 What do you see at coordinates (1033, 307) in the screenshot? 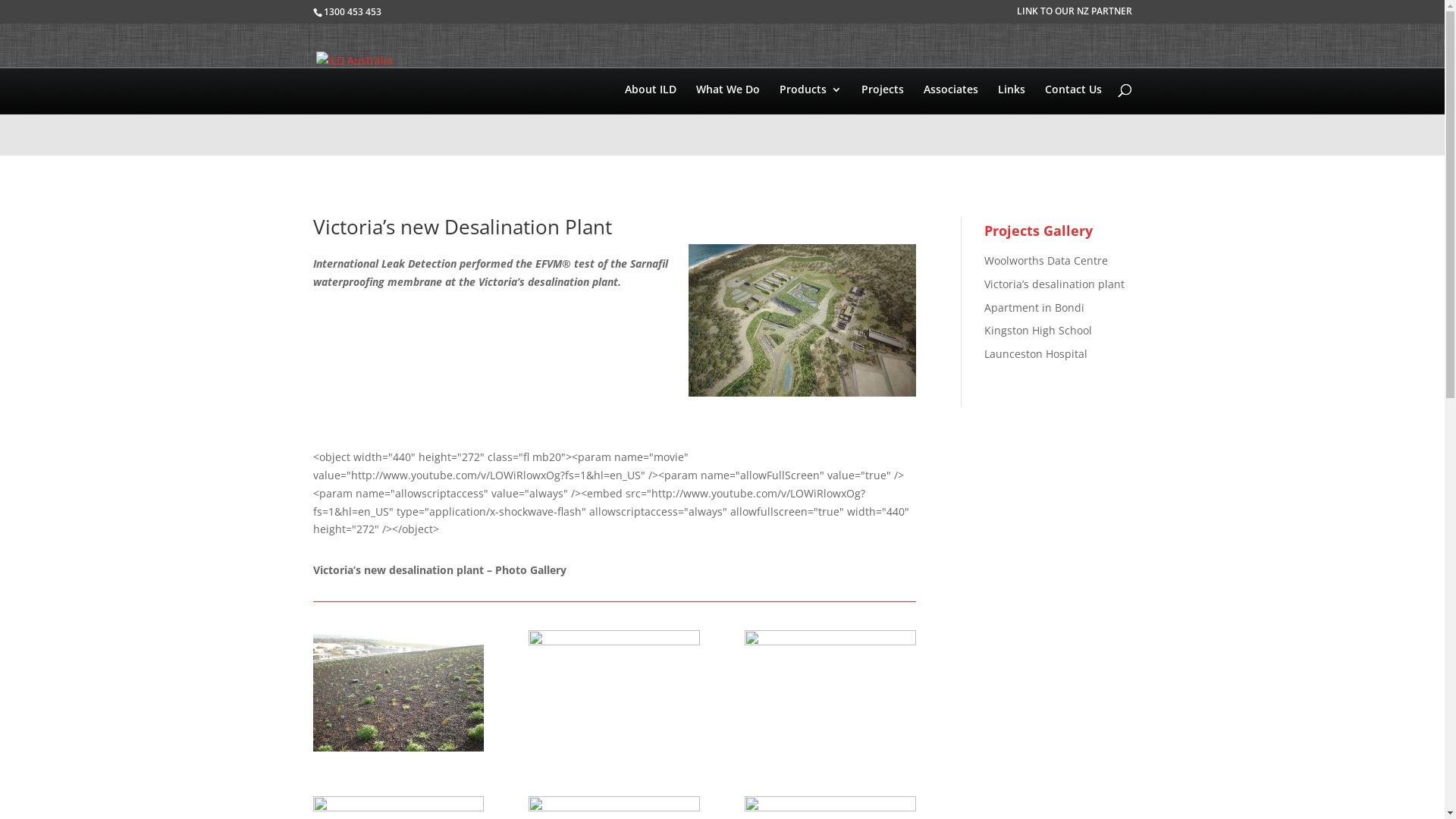
I see `'Apartment in Bondi'` at bounding box center [1033, 307].